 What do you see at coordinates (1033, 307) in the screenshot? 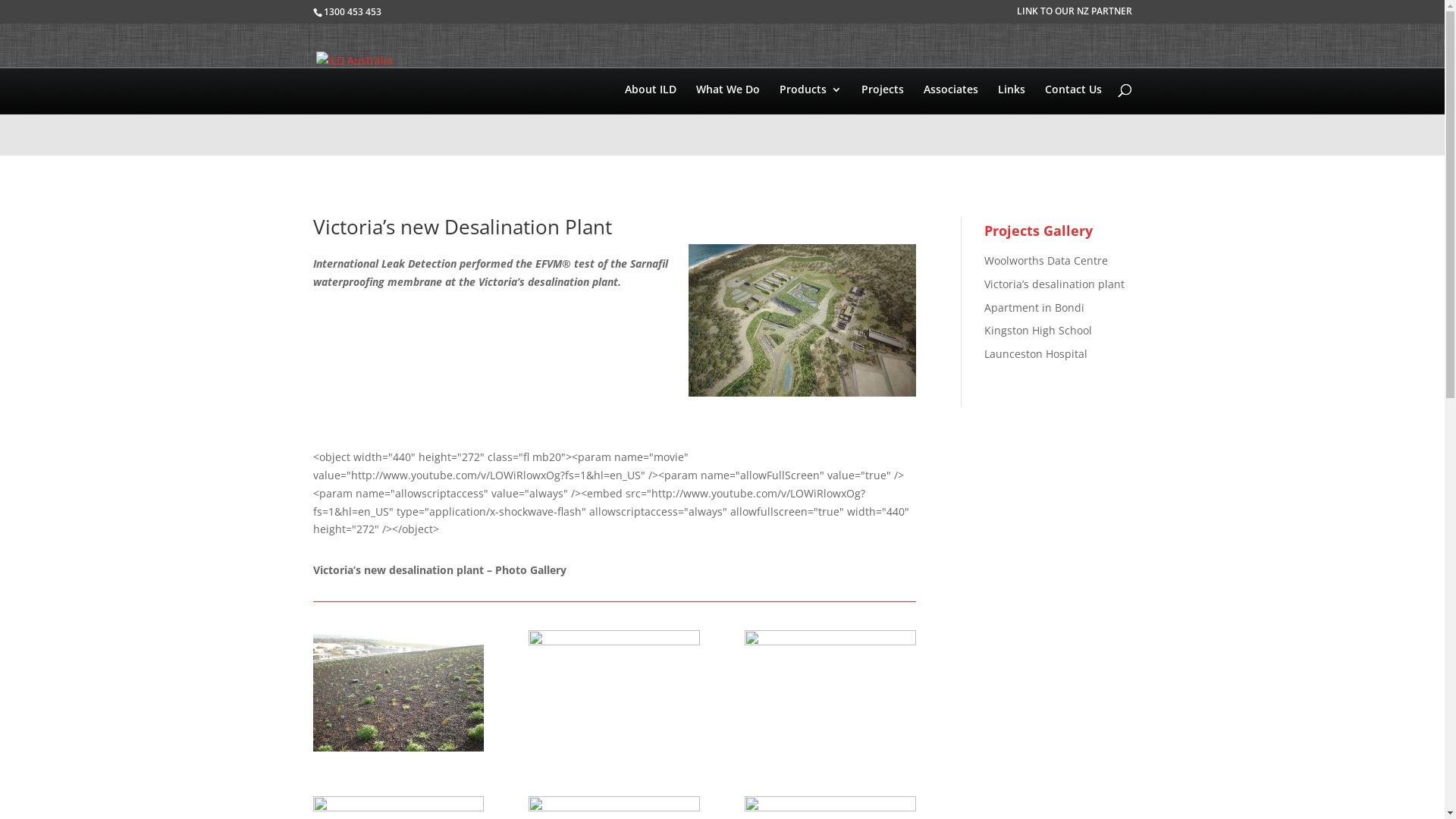
I see `'Apartment in Bondi'` at bounding box center [1033, 307].